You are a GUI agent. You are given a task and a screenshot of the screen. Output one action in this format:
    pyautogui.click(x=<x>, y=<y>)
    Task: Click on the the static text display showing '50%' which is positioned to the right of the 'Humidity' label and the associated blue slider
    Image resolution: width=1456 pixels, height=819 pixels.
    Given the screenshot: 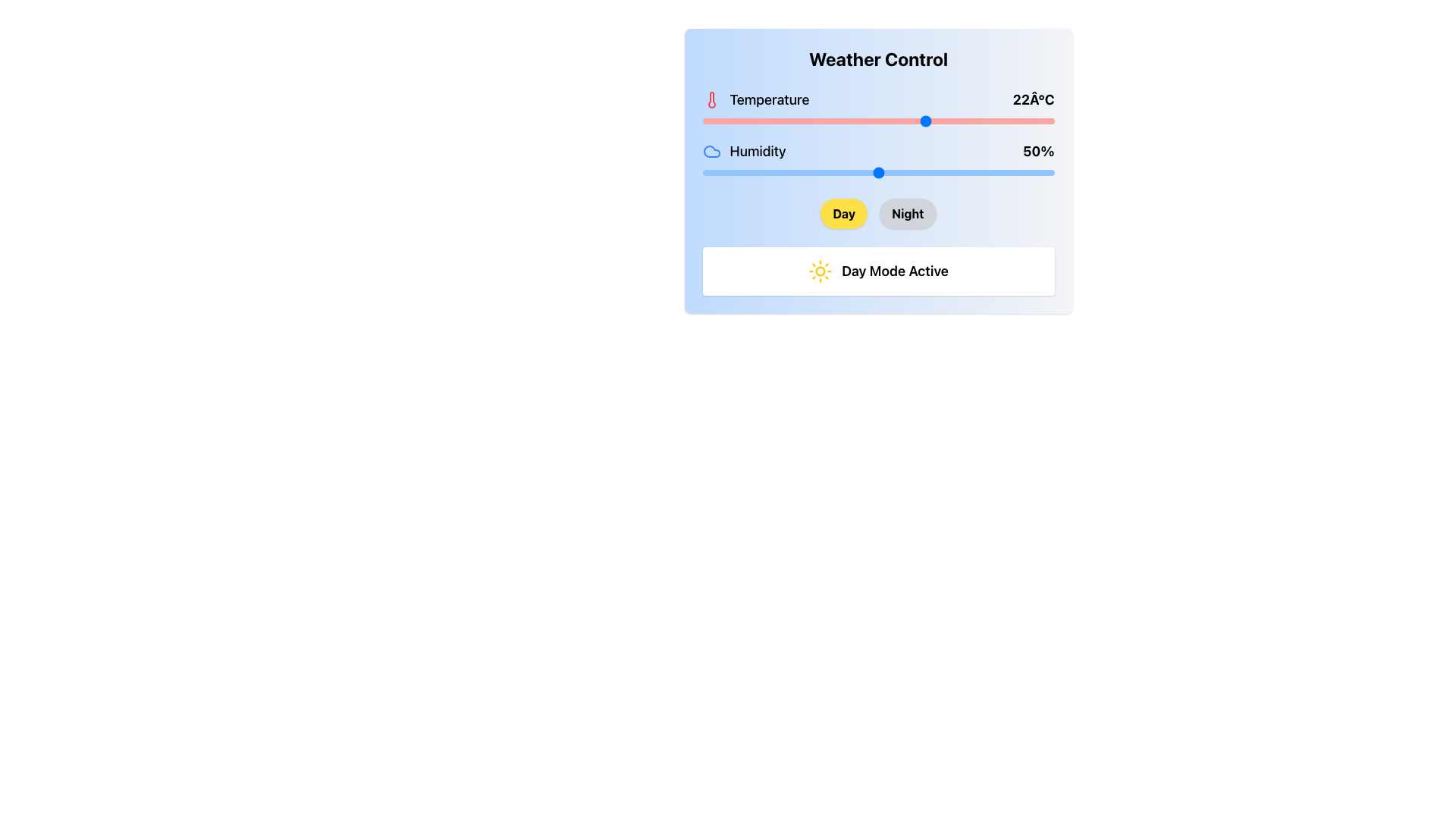 What is the action you would take?
    pyautogui.click(x=1037, y=152)
    